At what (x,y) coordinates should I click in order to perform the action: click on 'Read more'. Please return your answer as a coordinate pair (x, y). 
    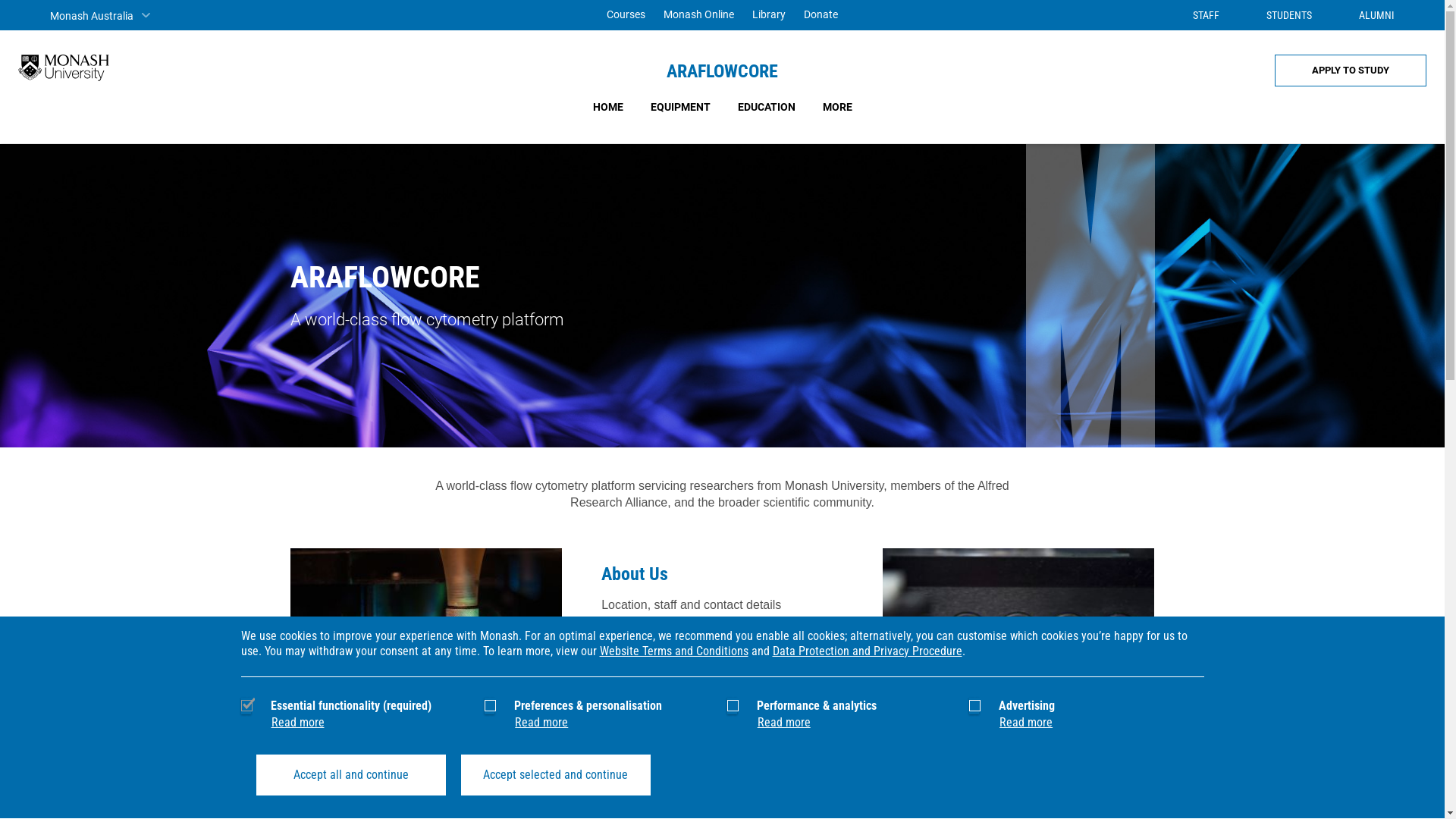
    Looking at the image, I should click on (783, 721).